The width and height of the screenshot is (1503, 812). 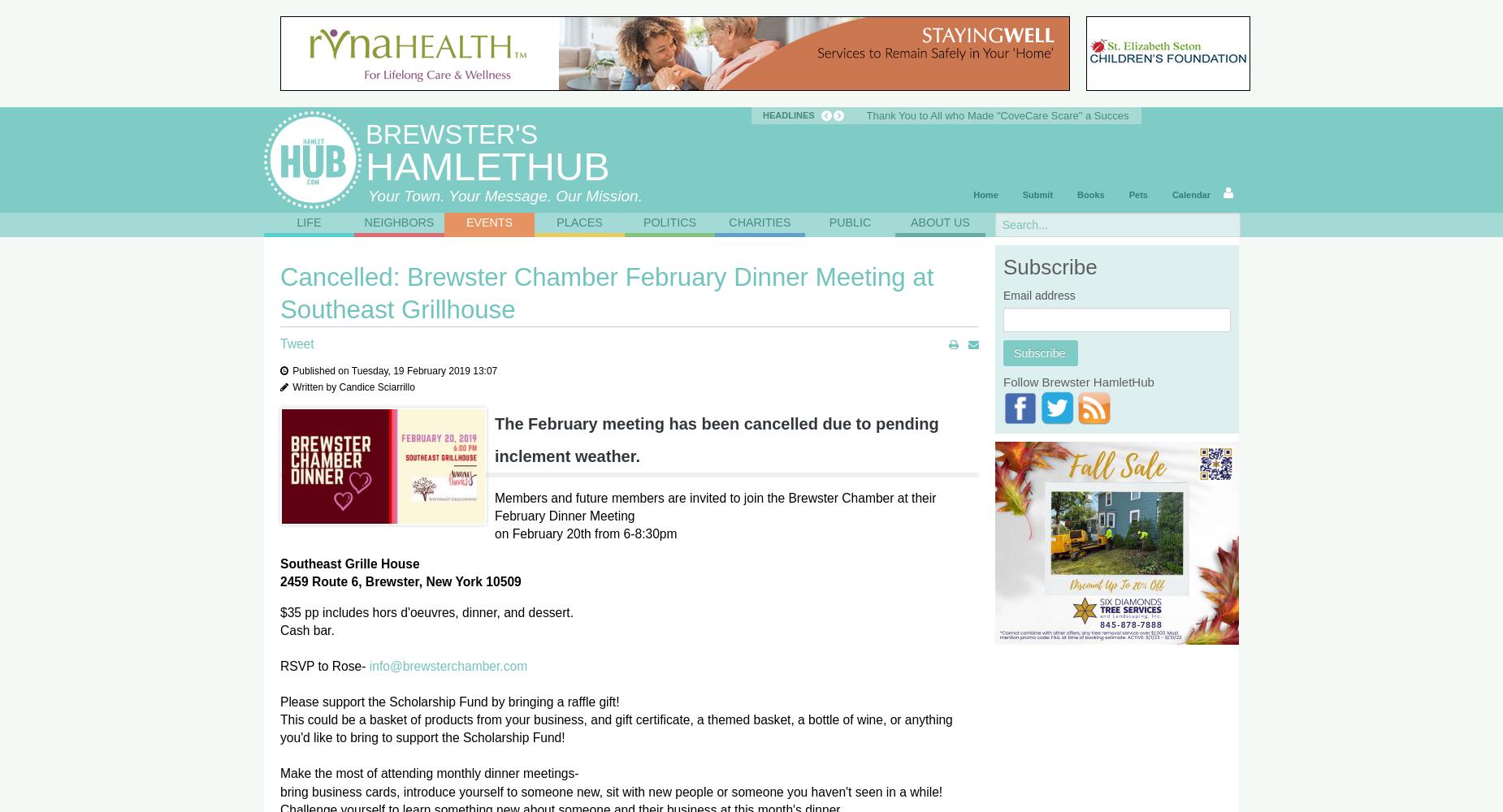 What do you see at coordinates (363, 222) in the screenshot?
I see `'Neighbors'` at bounding box center [363, 222].